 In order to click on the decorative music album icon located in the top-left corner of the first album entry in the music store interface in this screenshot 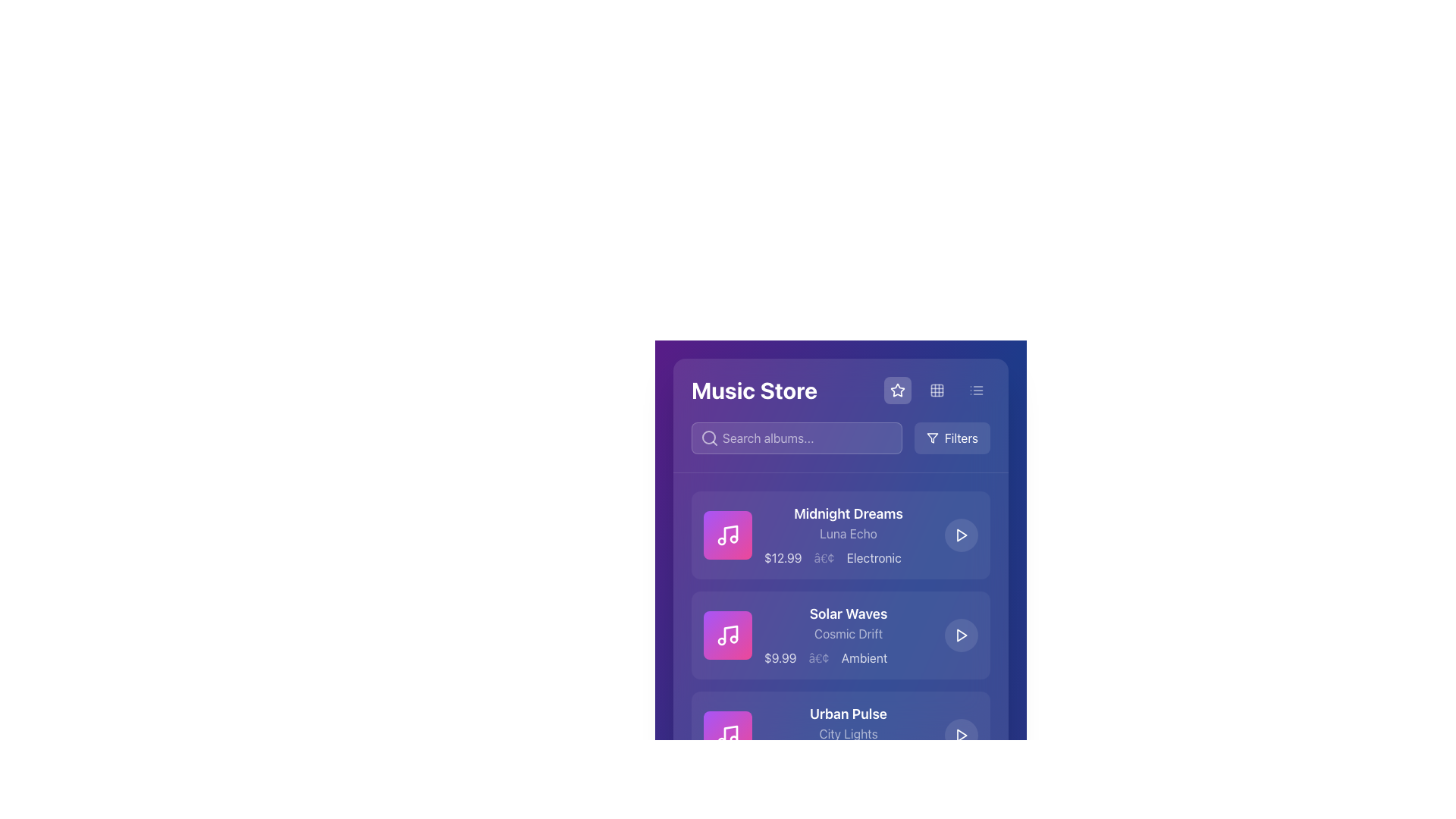, I will do `click(728, 534)`.